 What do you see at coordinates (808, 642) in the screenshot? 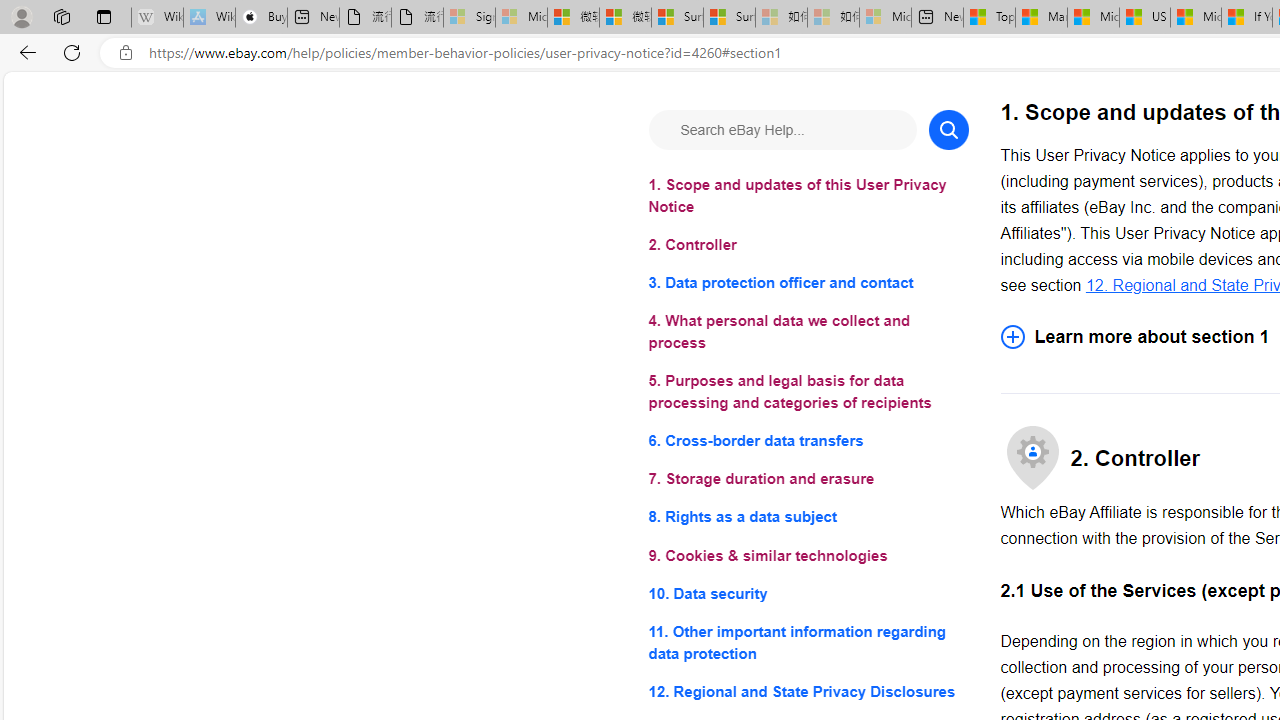
I see `'11. Other important information regarding data protection'` at bounding box center [808, 642].